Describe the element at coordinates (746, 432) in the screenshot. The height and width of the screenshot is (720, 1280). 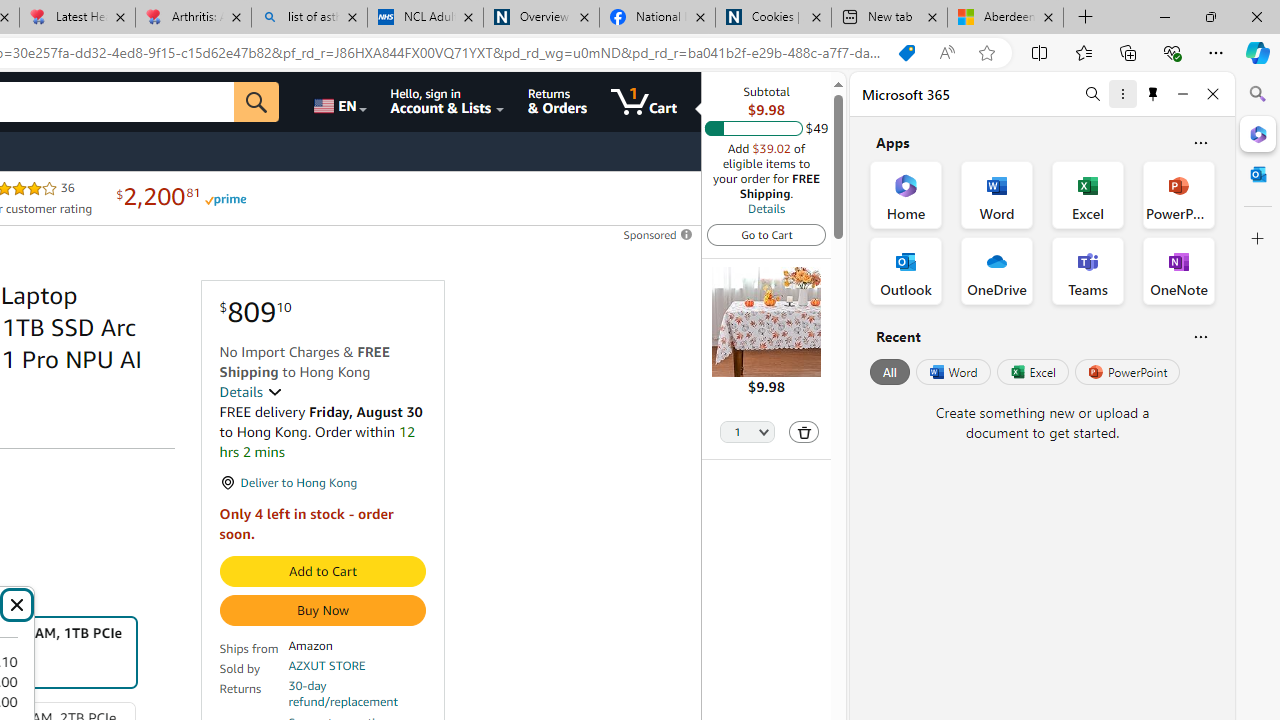
I see `'Quantity Selector'` at that location.